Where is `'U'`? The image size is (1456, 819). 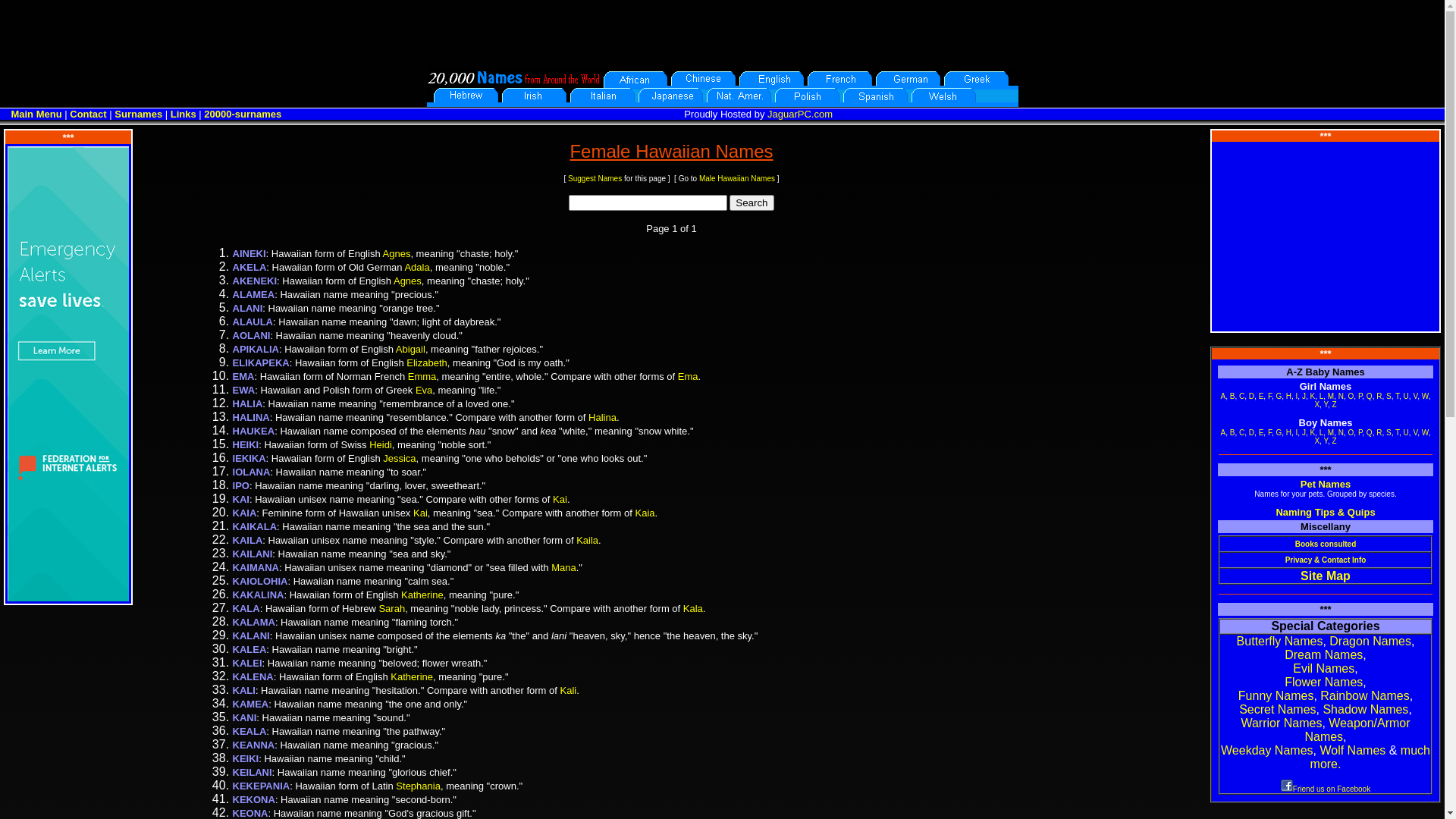
'U' is located at coordinates (1405, 432).